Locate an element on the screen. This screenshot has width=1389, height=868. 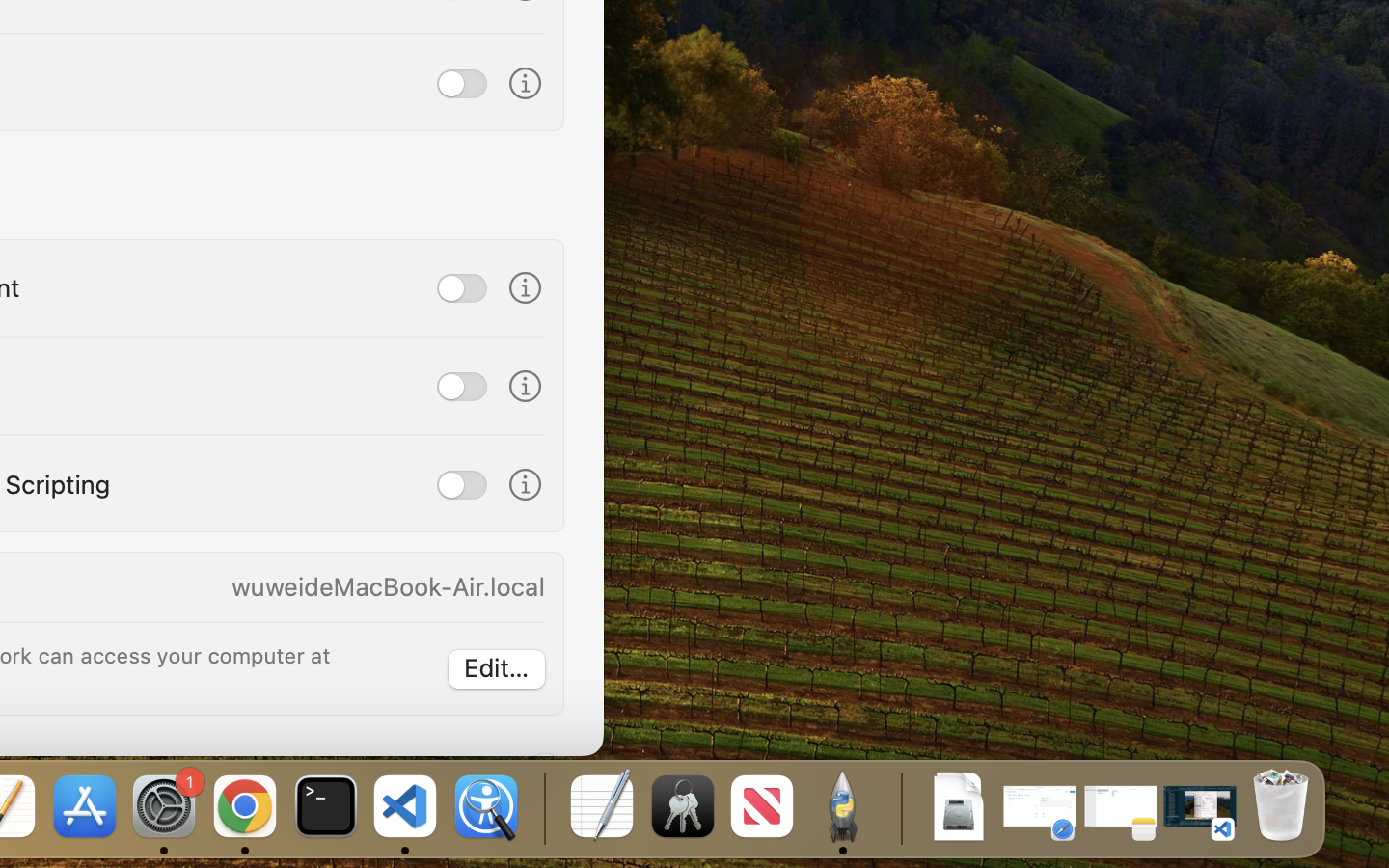
'wuweideMacBook-Air.local' is located at coordinates (387, 586).